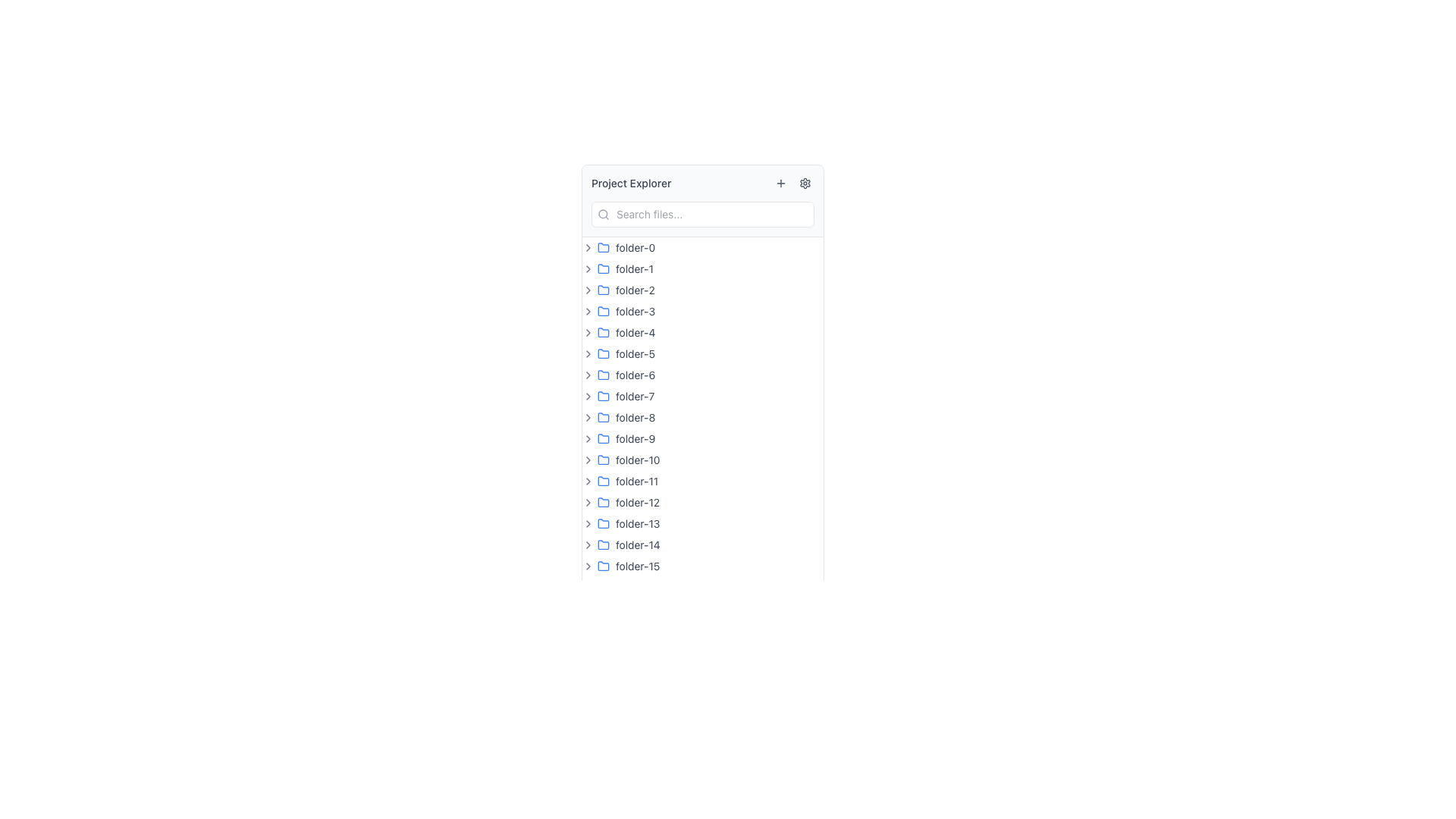 The image size is (1456, 819). I want to click on the folder icon, so click(603, 332).